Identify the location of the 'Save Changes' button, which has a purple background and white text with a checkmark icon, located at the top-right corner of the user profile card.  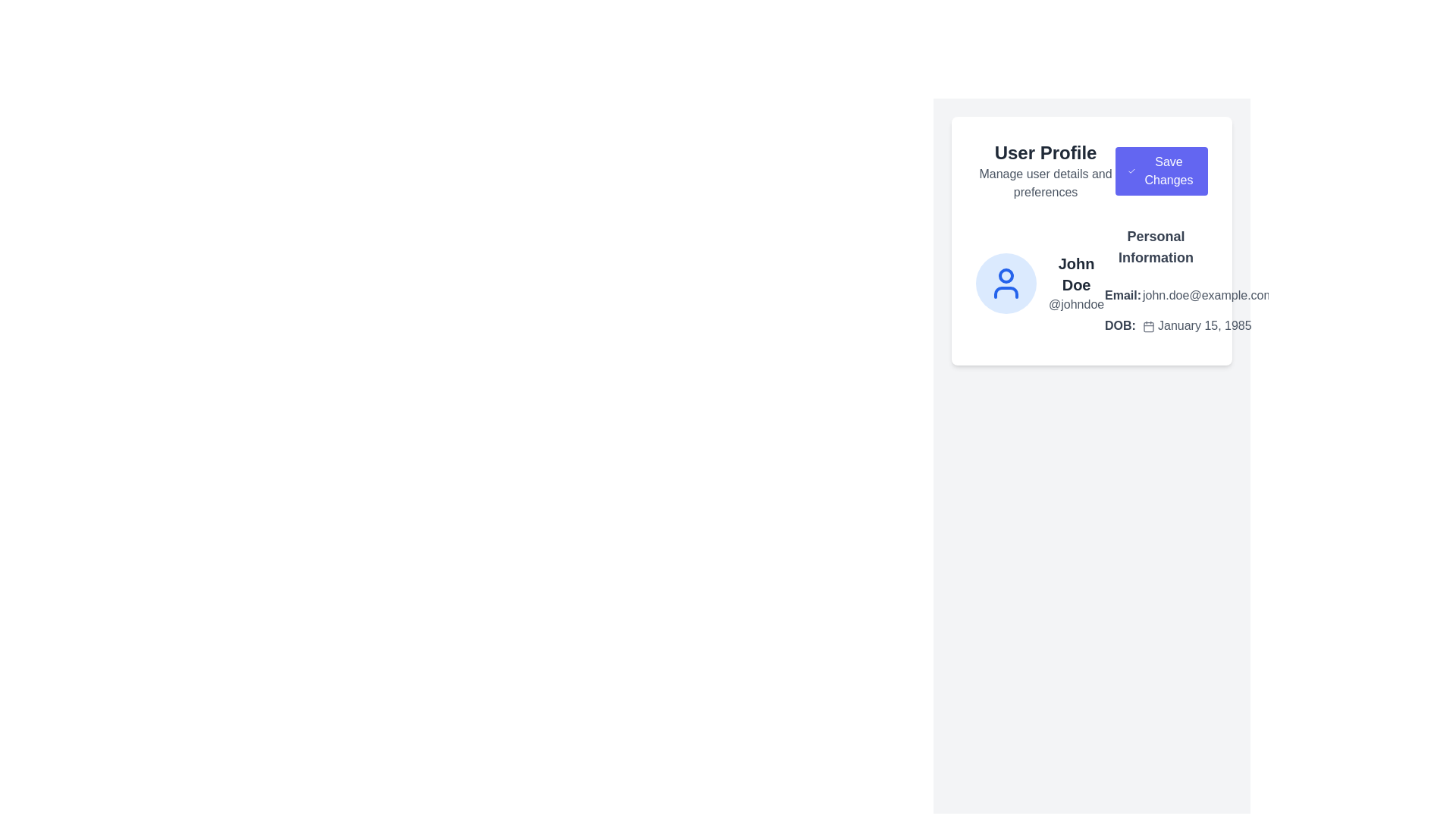
(1160, 171).